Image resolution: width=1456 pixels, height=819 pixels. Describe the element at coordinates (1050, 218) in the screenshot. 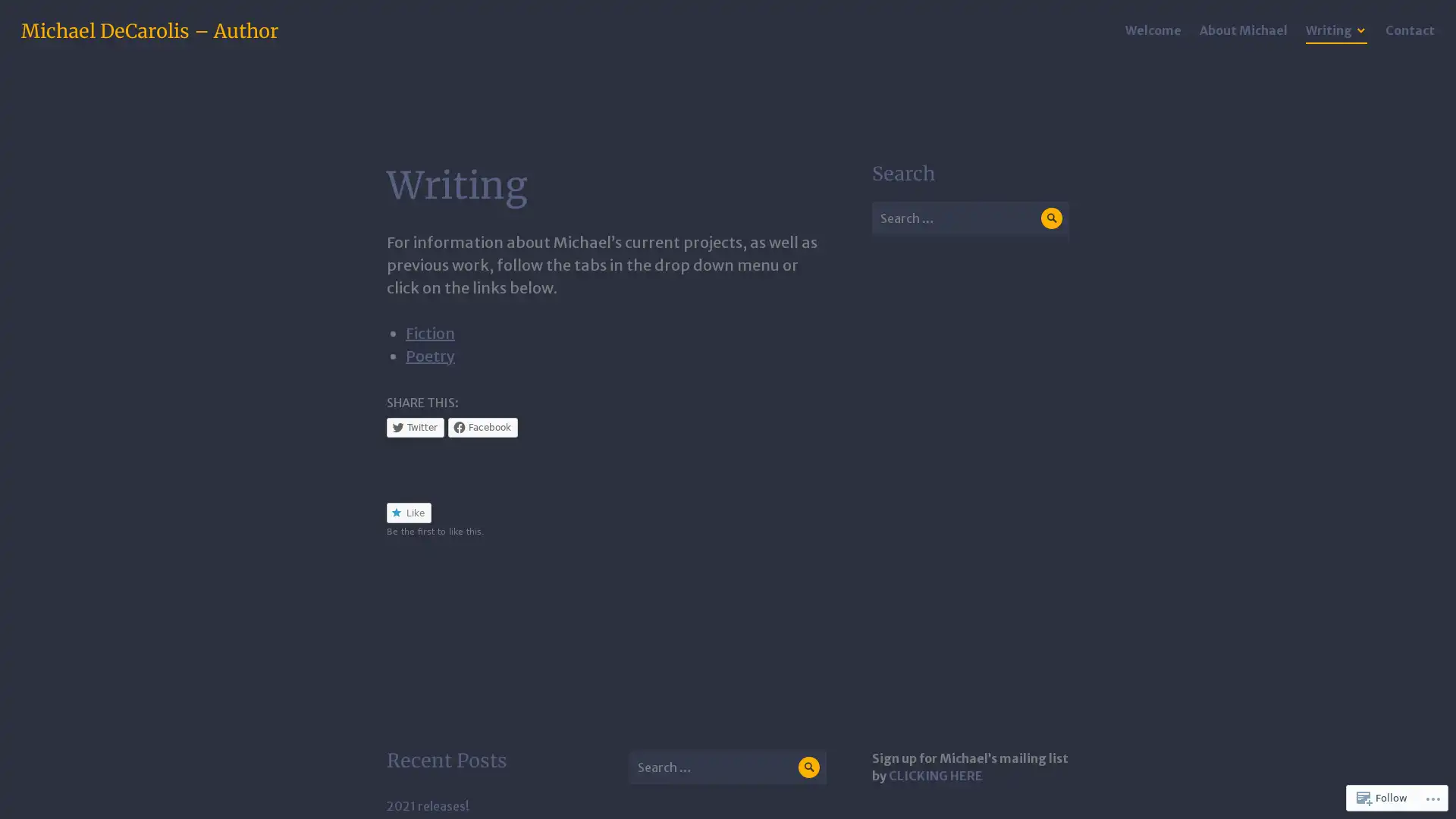

I see `Search` at that location.